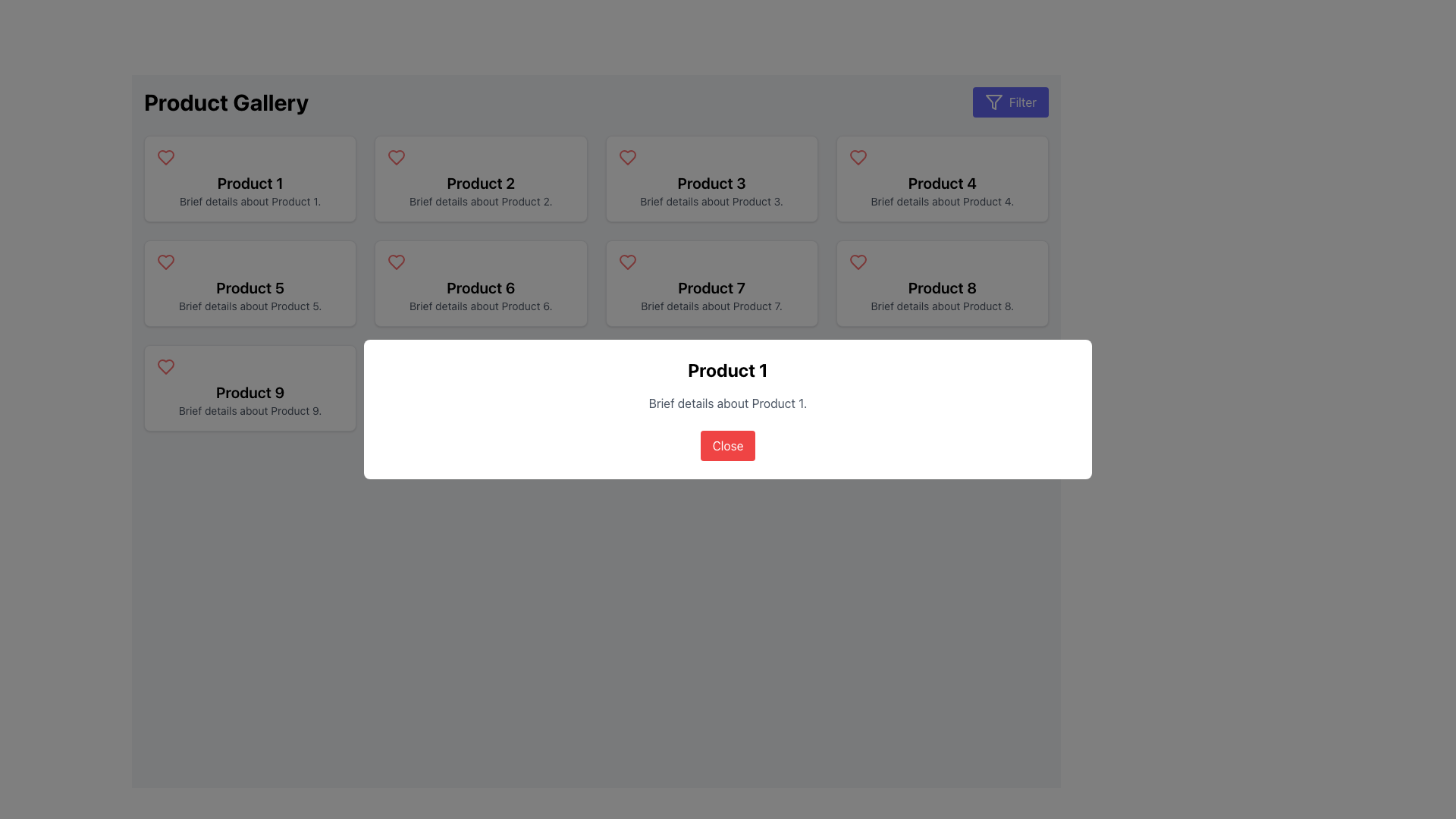 The image size is (1456, 819). What do you see at coordinates (993, 102) in the screenshot?
I see `the filter icon located in the top-right corner of the 'Filter' button, which visually indicates filtering options` at bounding box center [993, 102].